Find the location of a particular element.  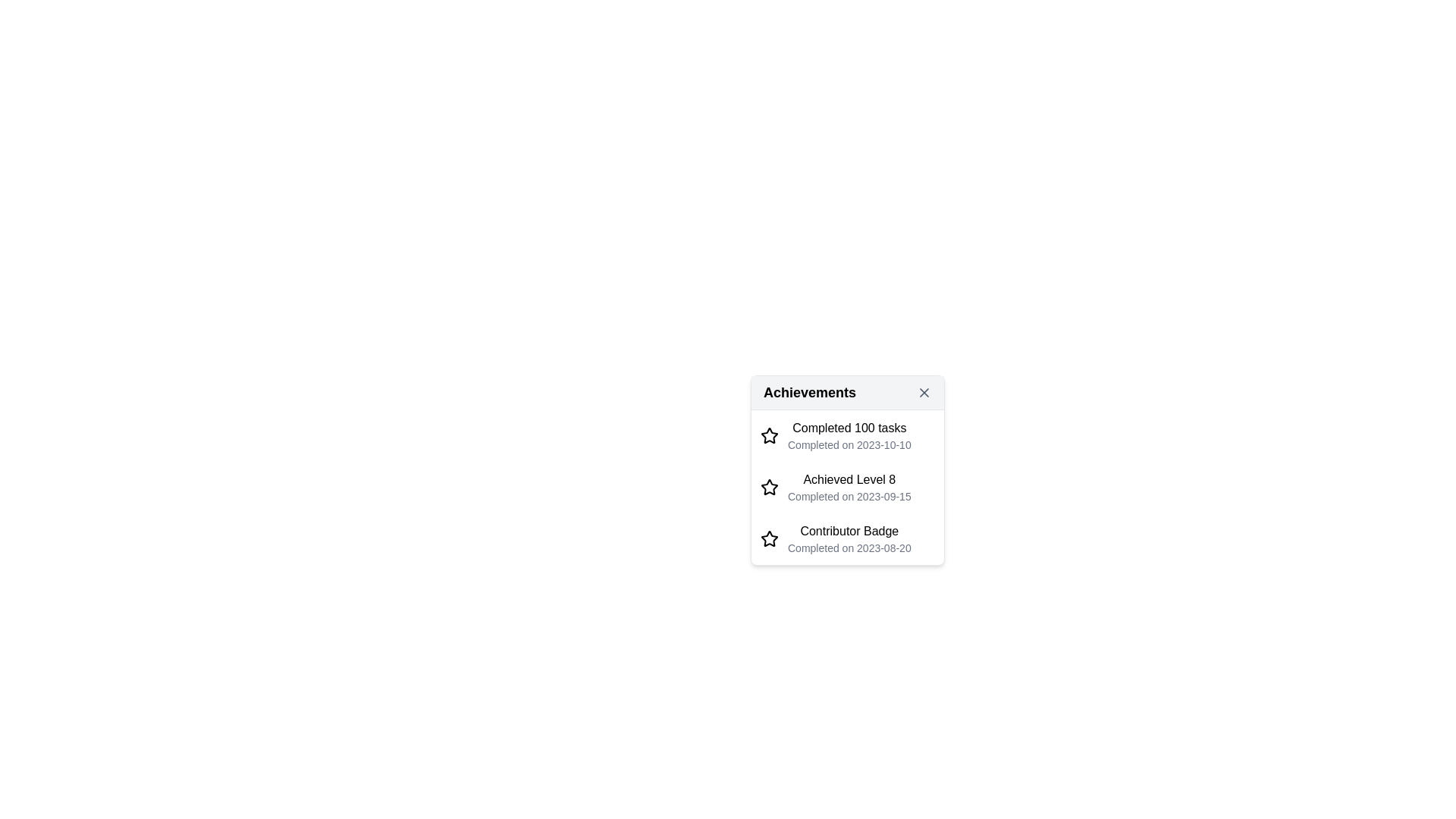

the second list item in the 'Achievements' modal that displays the achievement 'Achieved Level 8' with a star icon on the left is located at coordinates (847, 487).